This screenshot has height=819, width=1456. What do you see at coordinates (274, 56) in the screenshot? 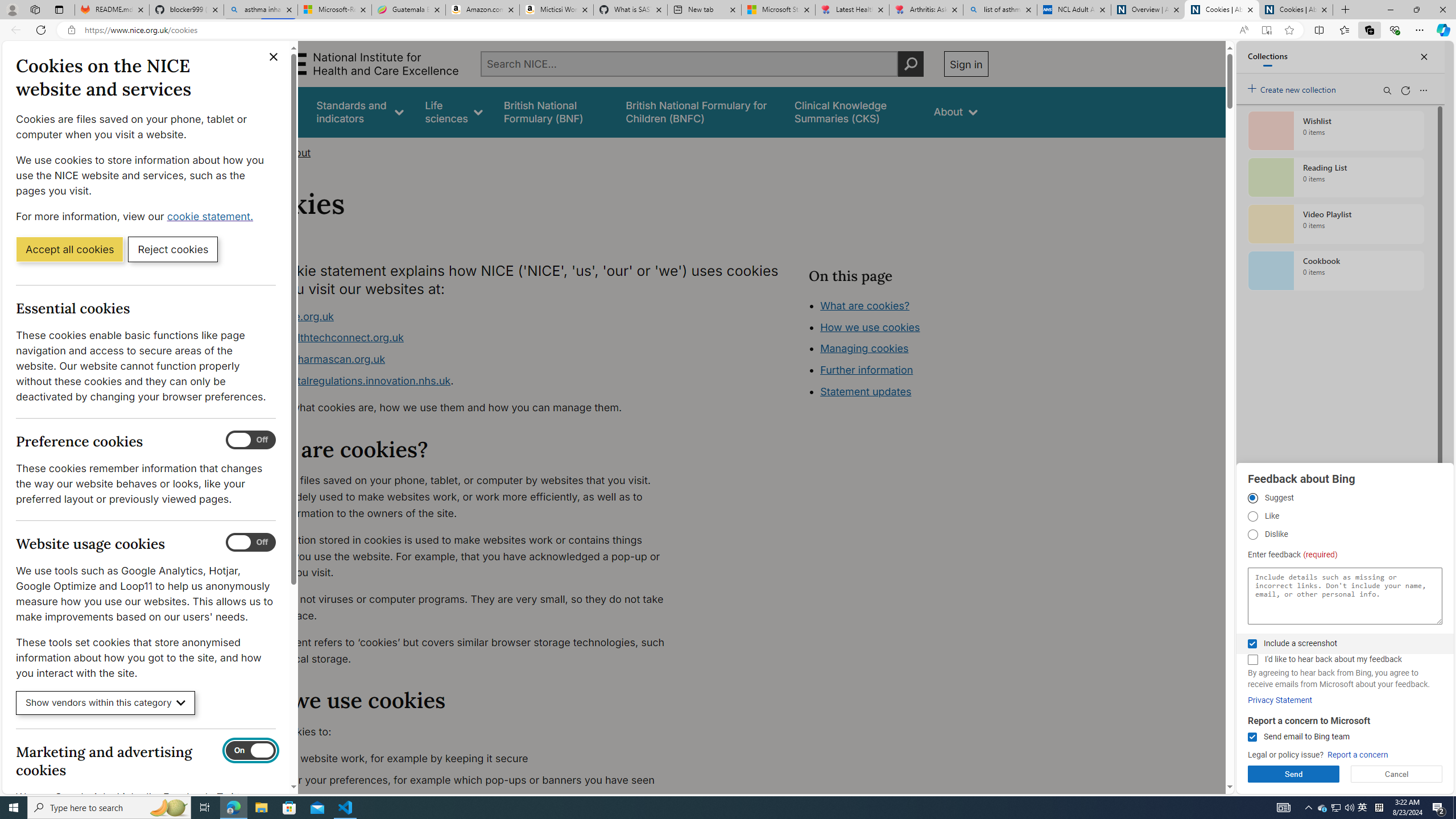
I see `'Close cookie banner'` at bounding box center [274, 56].